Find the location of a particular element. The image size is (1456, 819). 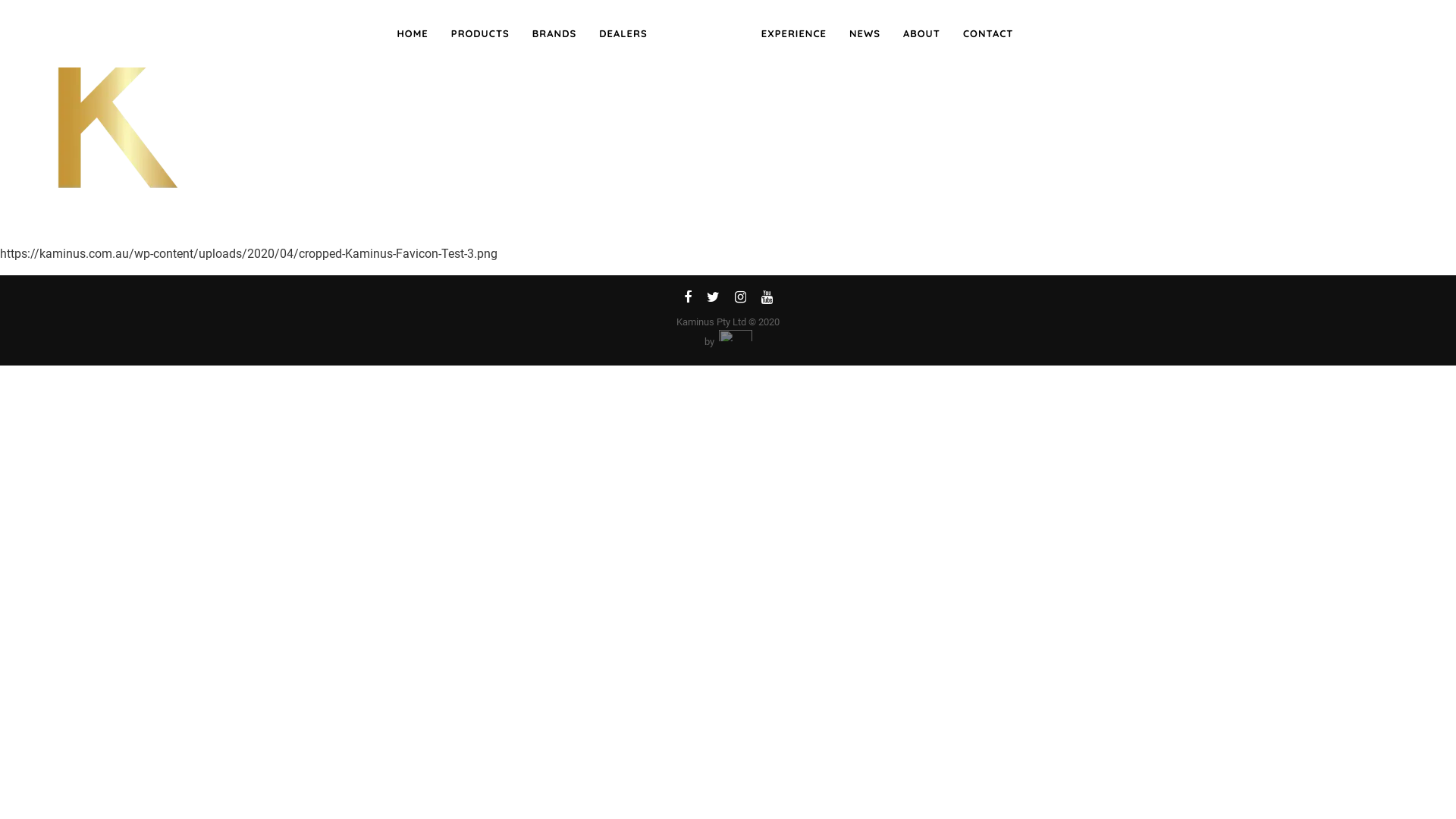

'BRANDS' is located at coordinates (520, 34).